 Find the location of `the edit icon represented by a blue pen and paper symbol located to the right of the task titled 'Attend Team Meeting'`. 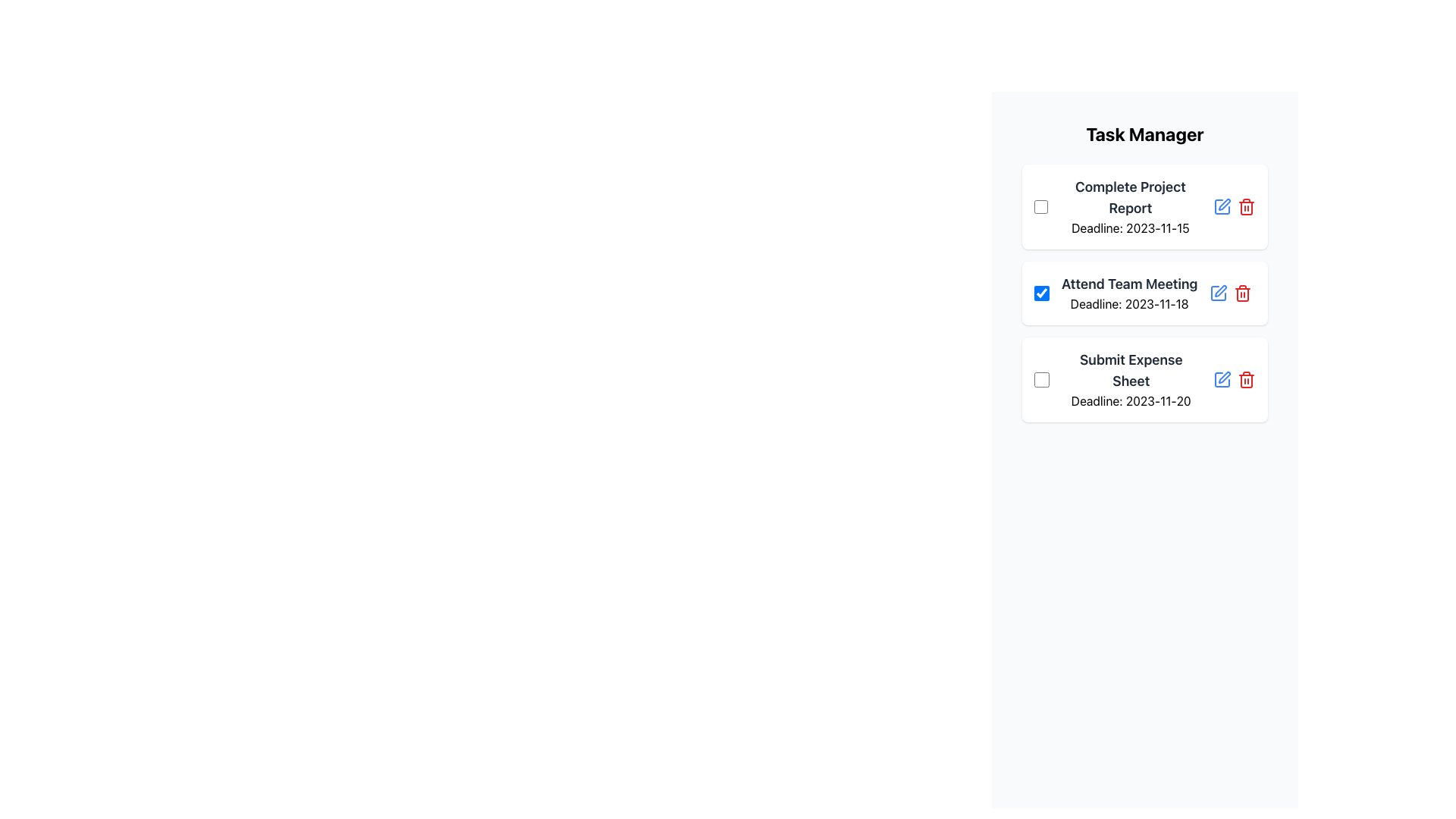

the edit icon represented by a blue pen and paper symbol located to the right of the task titled 'Attend Team Meeting' is located at coordinates (1222, 207).